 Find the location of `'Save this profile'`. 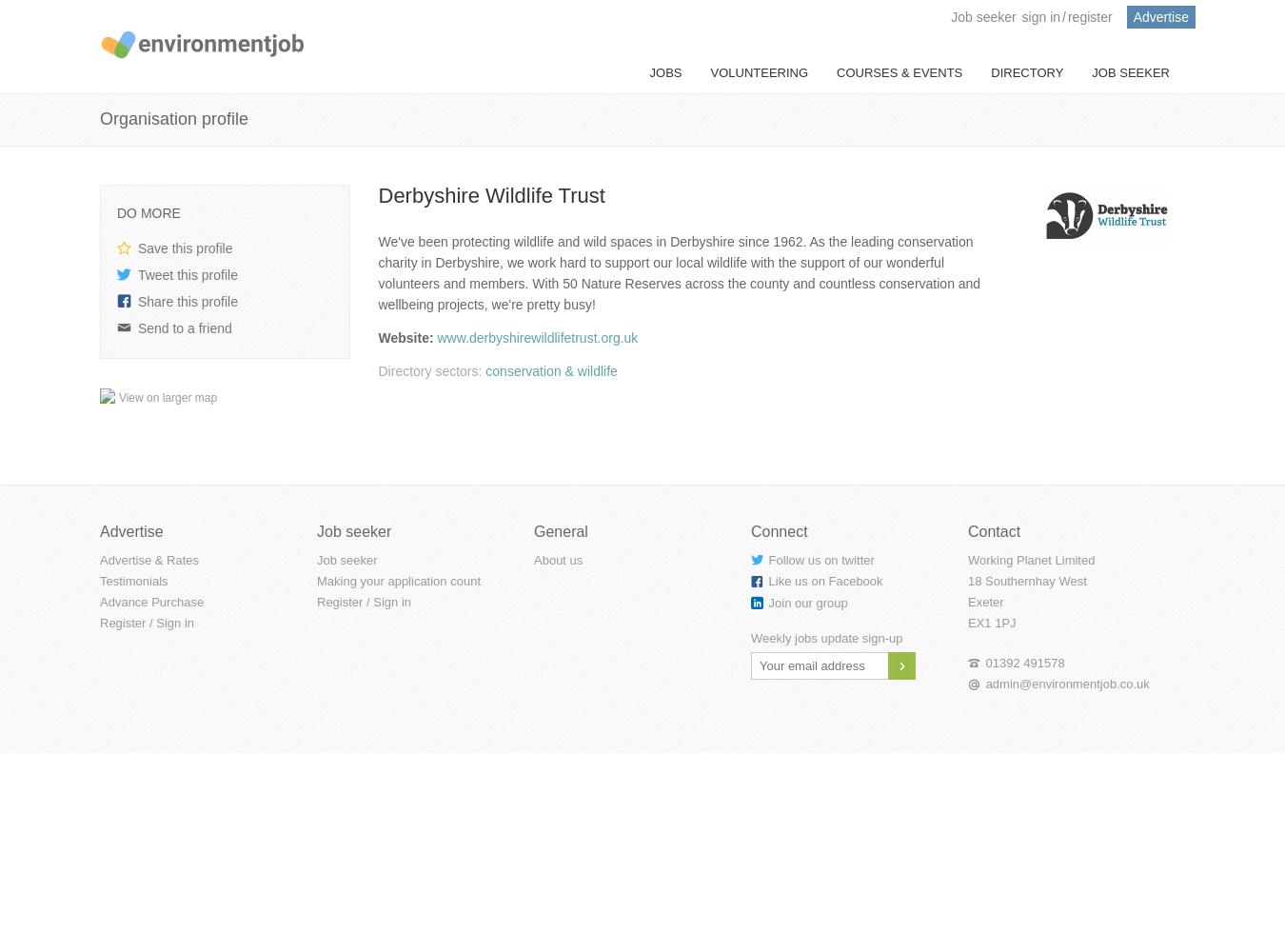

'Save this profile' is located at coordinates (184, 248).